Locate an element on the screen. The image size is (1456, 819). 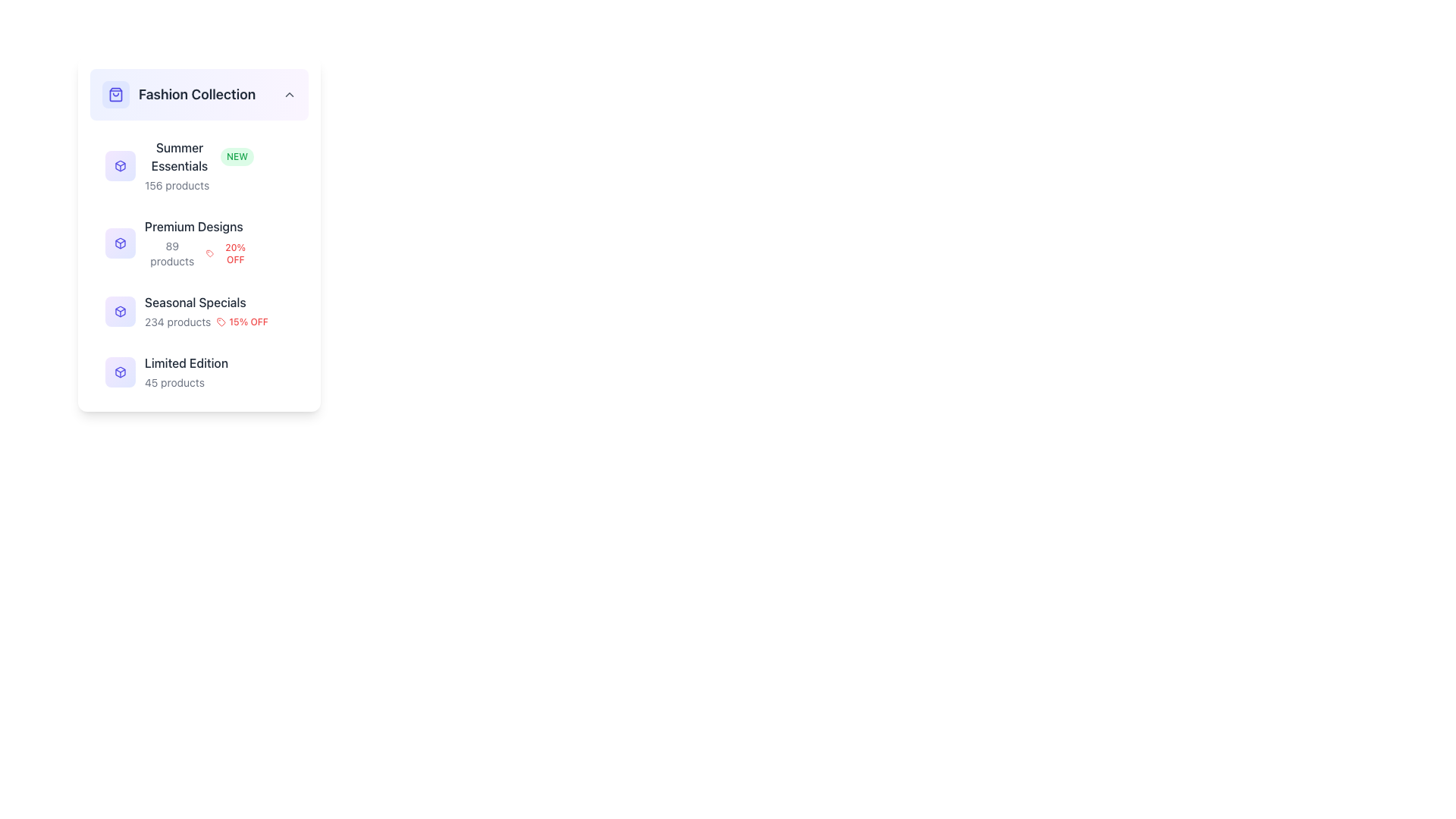
the third item in the vertical list under 'Fashion Collection' is located at coordinates (192, 311).